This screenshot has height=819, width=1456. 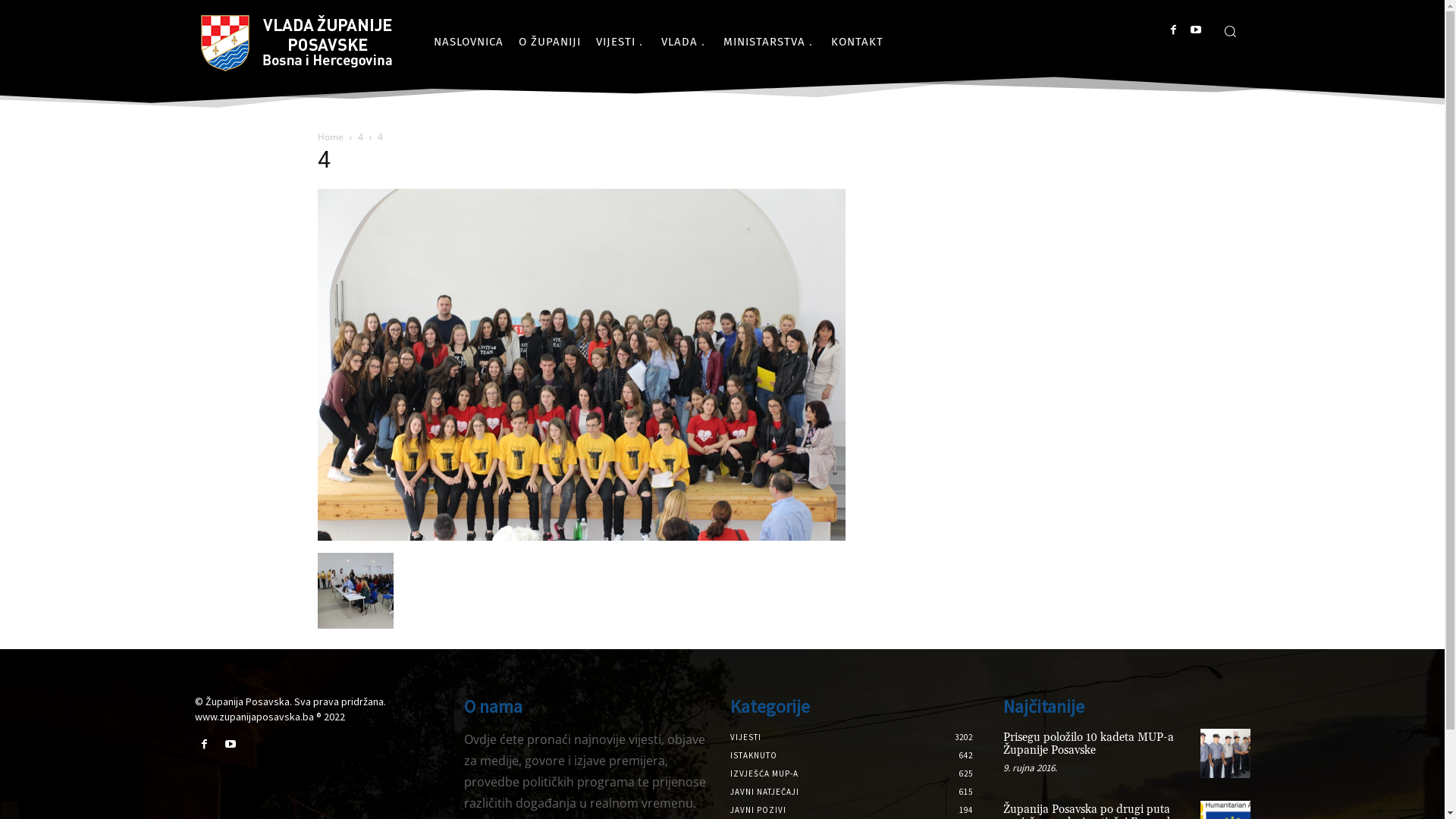 I want to click on 'MINISTARSTVA', so click(x=769, y=40).